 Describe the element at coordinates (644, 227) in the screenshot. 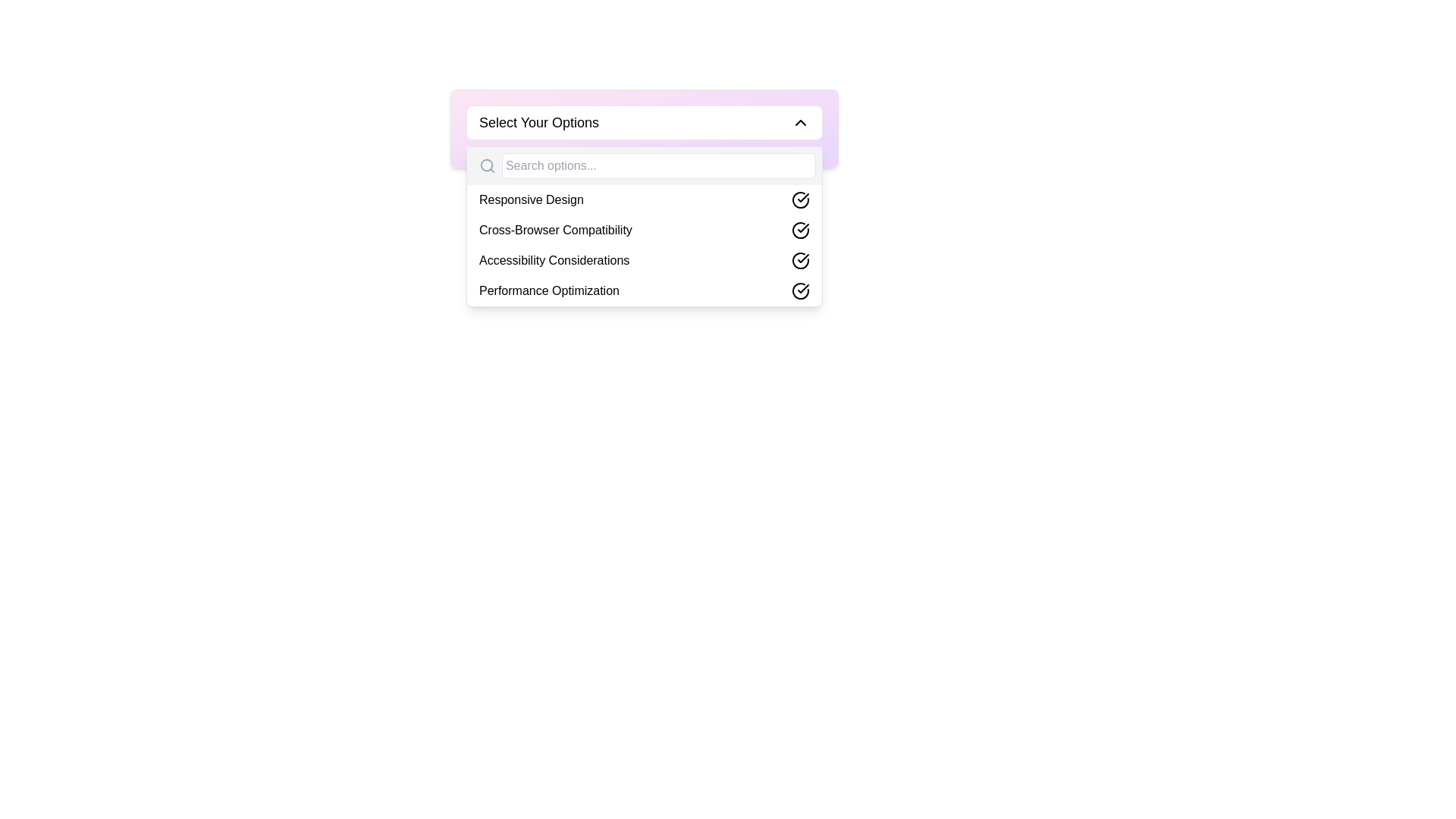

I see `an option from the drop-down menu styled with a white background and rounded corners located beneath the 'Select Your Options' button` at that location.